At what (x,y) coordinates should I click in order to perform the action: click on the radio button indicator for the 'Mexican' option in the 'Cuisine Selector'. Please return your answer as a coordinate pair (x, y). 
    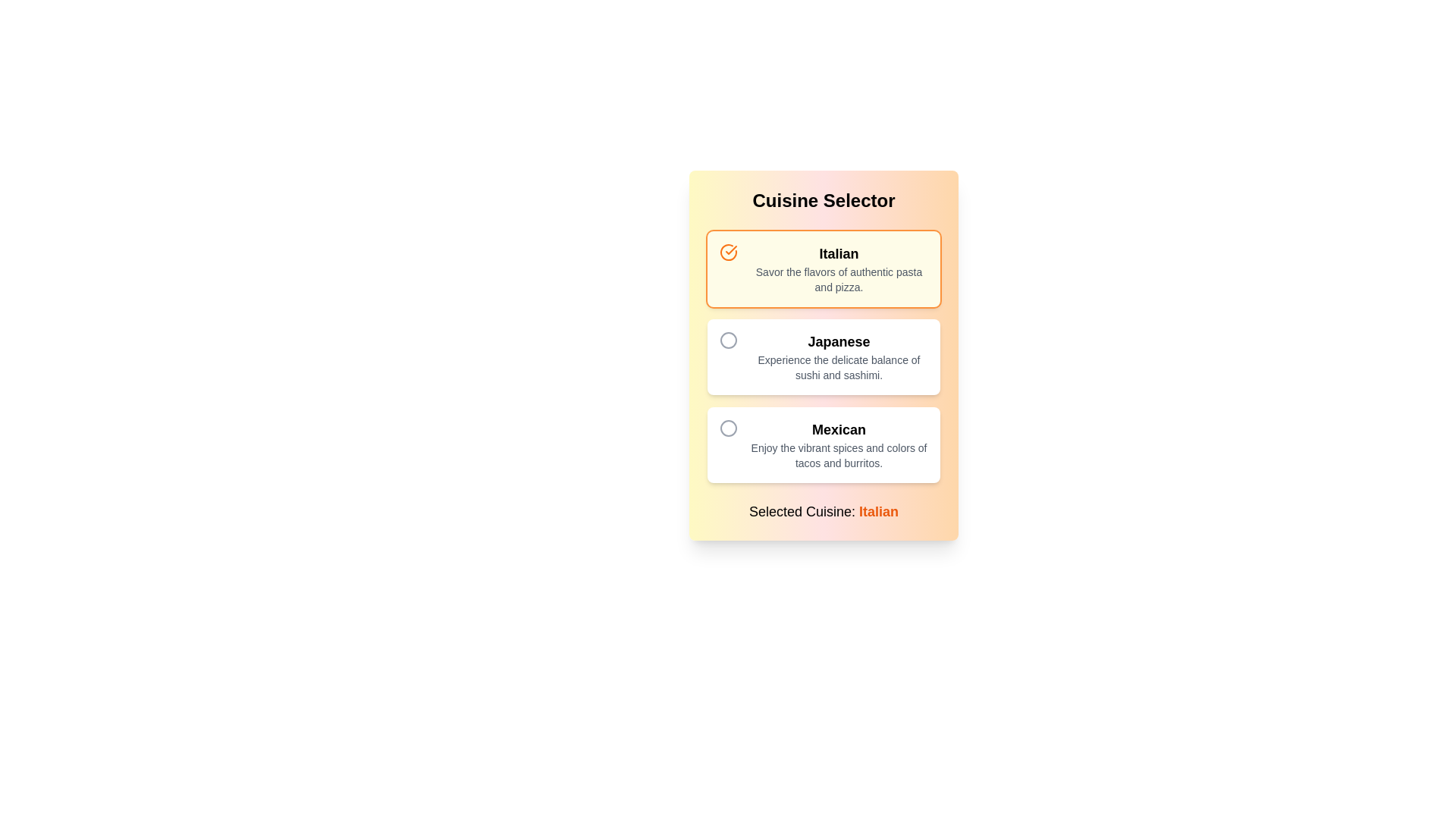
    Looking at the image, I should click on (728, 428).